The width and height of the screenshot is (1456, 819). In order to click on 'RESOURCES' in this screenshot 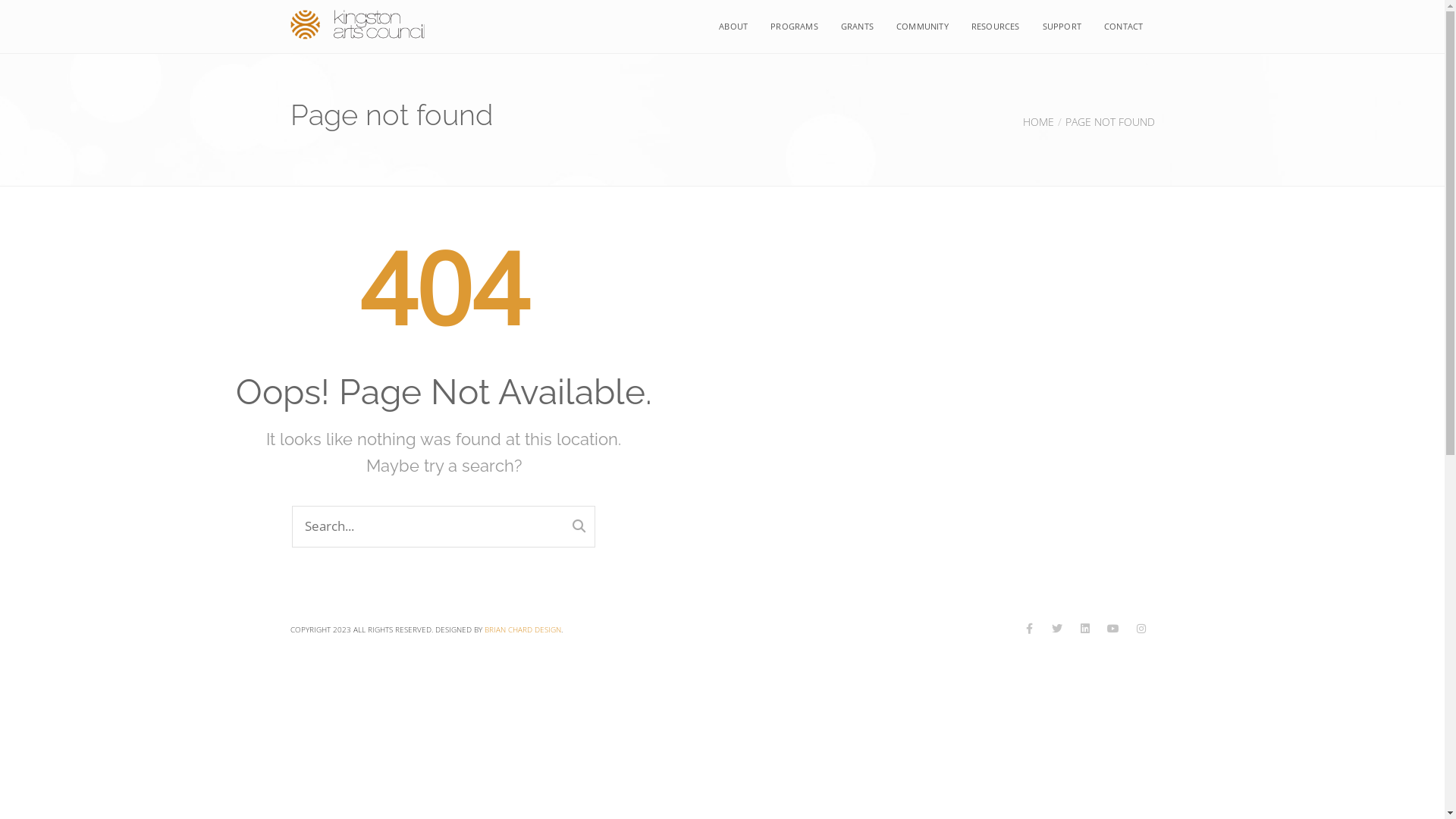, I will do `click(996, 26)`.